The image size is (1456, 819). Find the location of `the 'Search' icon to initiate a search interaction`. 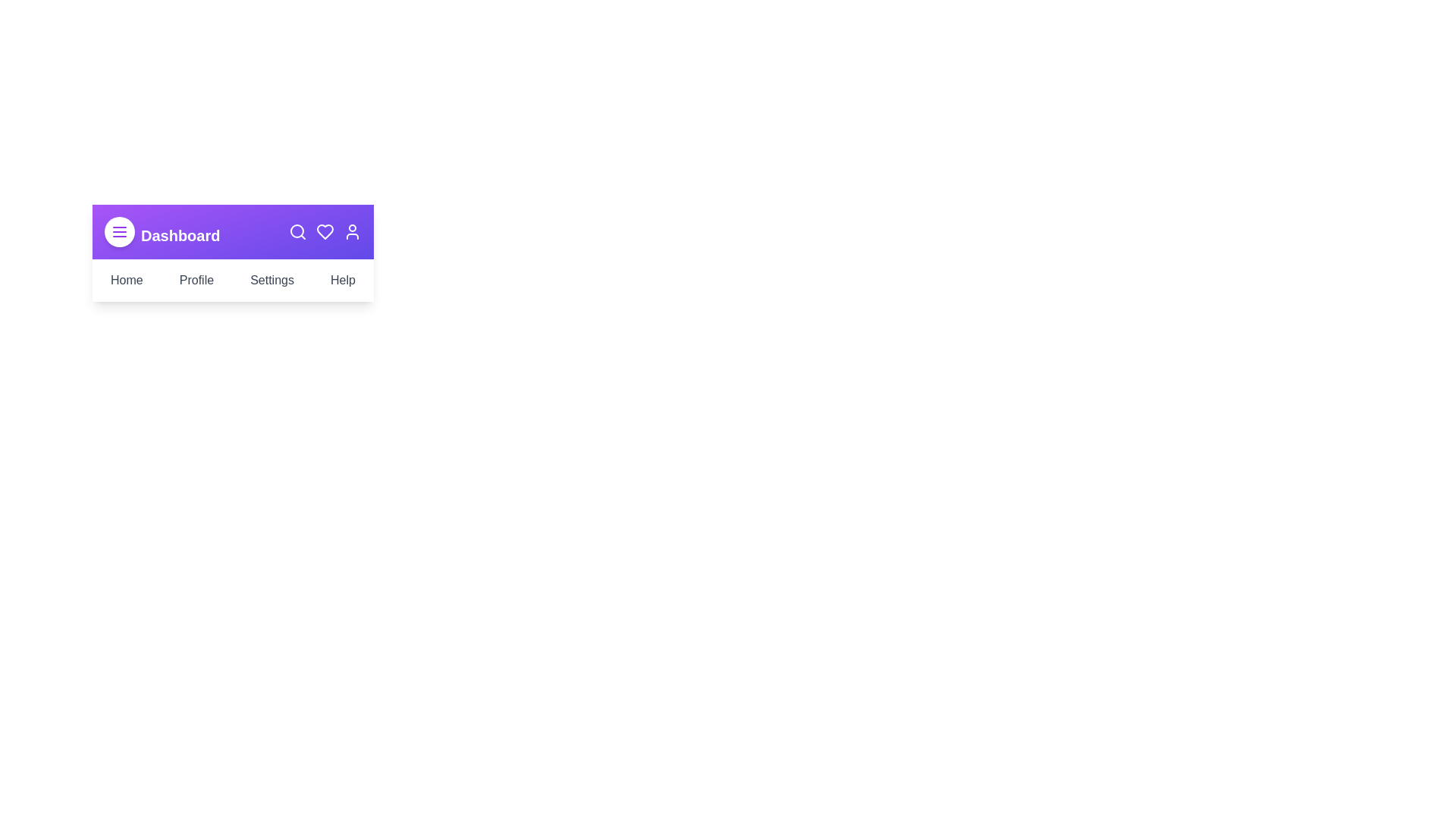

the 'Search' icon to initiate a search interaction is located at coordinates (298, 231).